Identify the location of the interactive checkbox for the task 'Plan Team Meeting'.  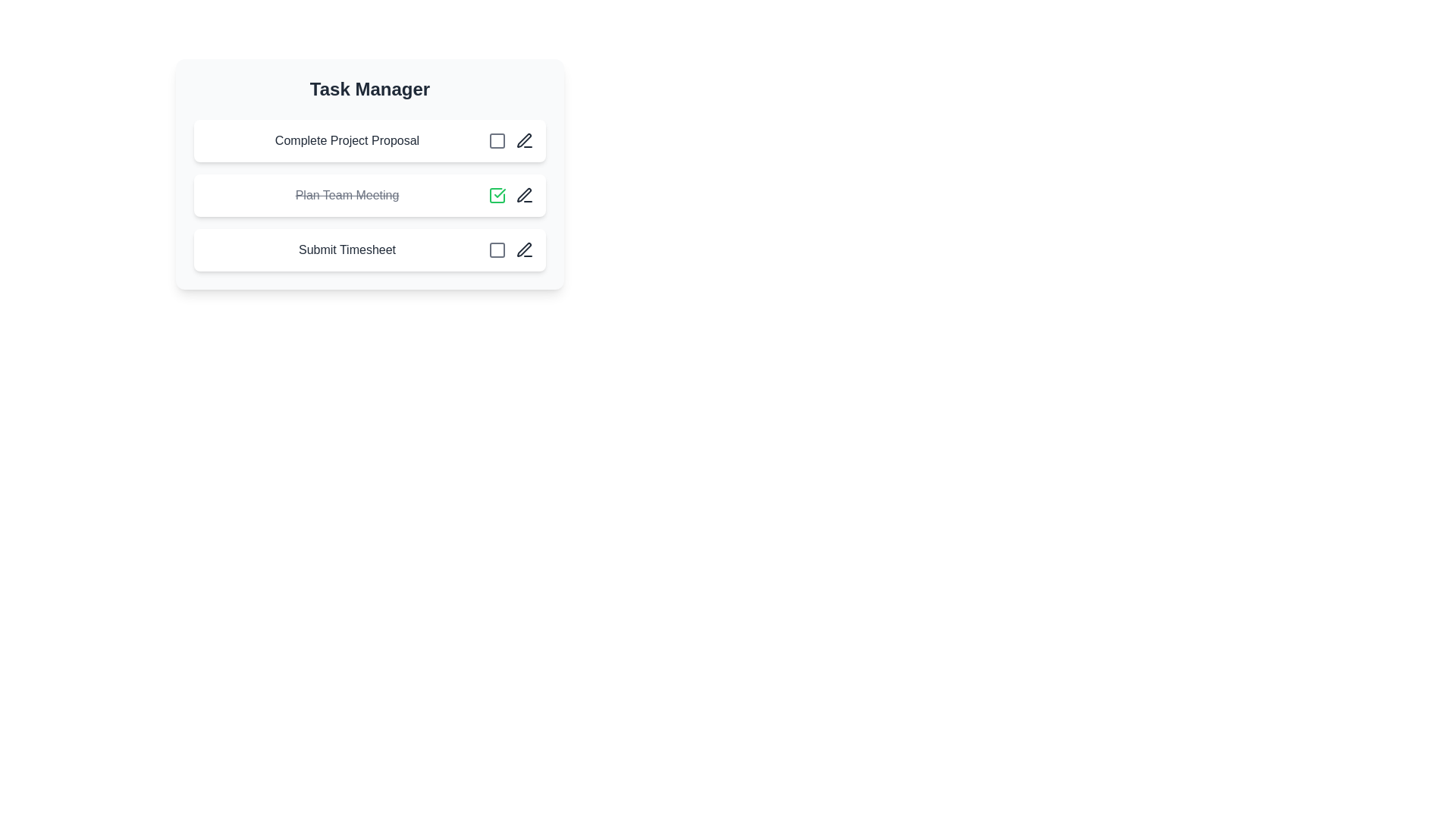
(497, 195).